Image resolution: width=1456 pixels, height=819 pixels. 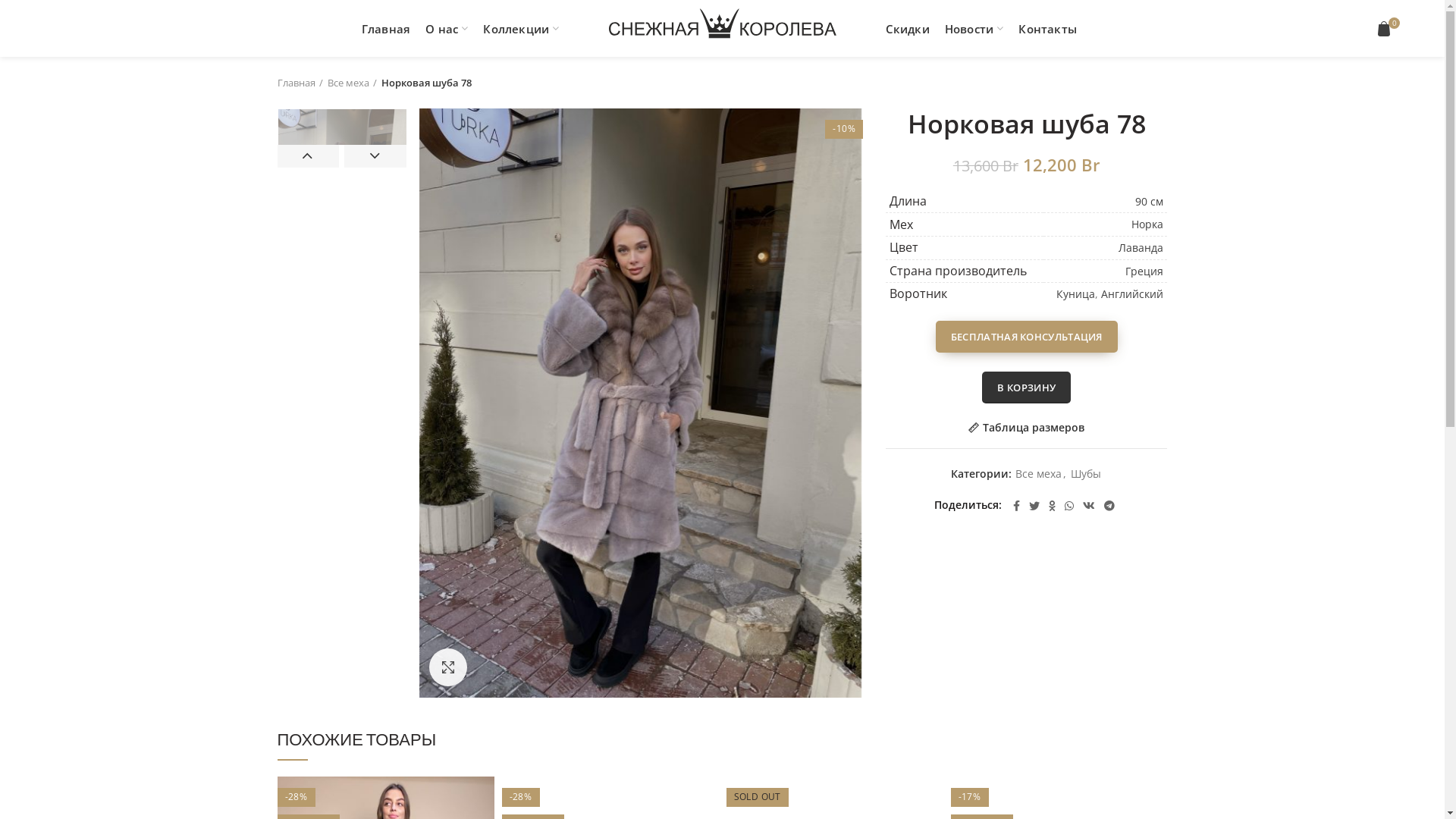 What do you see at coordinates (1033, 506) in the screenshot?
I see `'Twitter'` at bounding box center [1033, 506].